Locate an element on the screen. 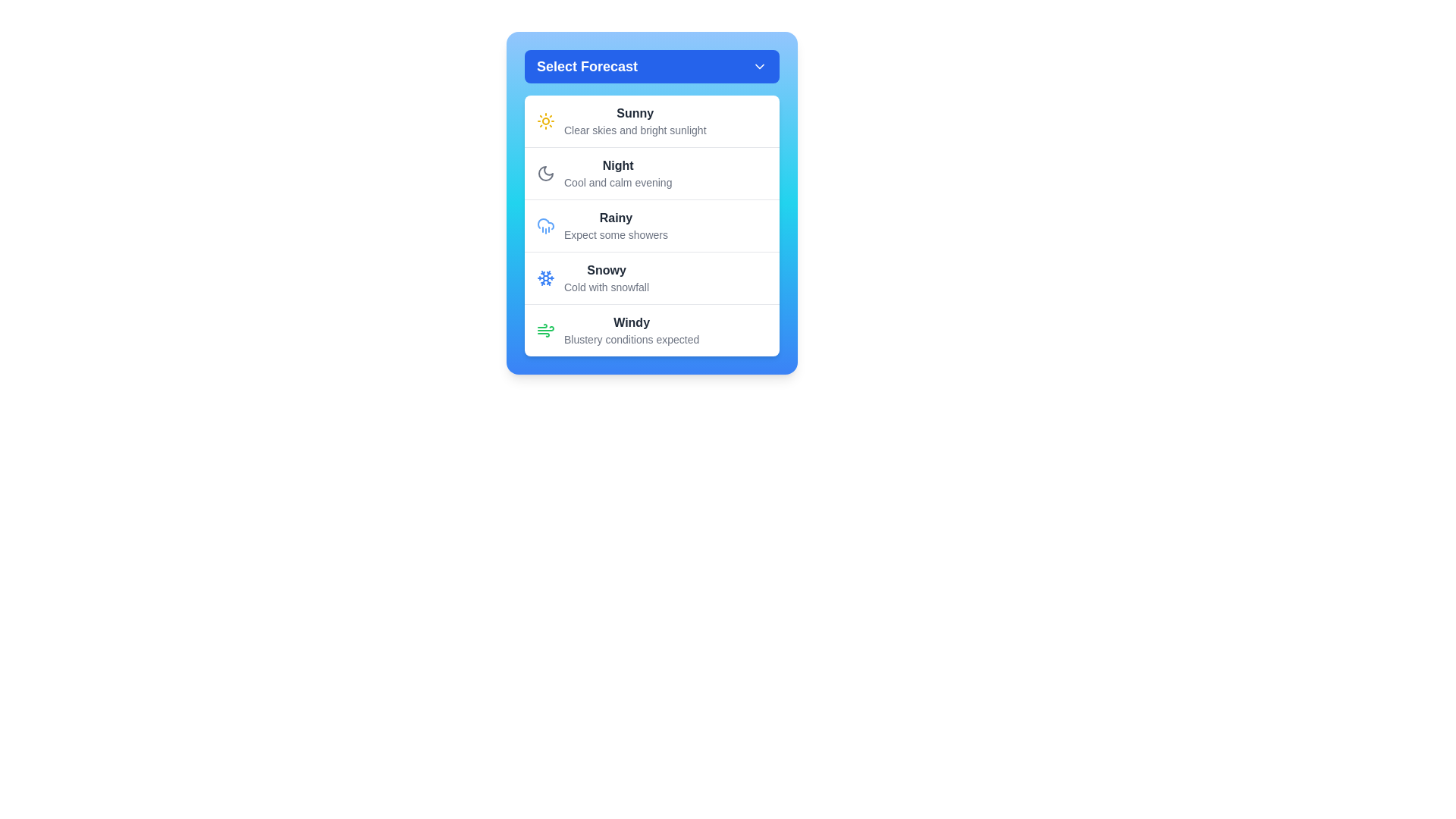 The height and width of the screenshot is (819, 1456). the first selectable weather forecast option in the dropdown menu labeled 'Select Forecast' is located at coordinates (635, 120).